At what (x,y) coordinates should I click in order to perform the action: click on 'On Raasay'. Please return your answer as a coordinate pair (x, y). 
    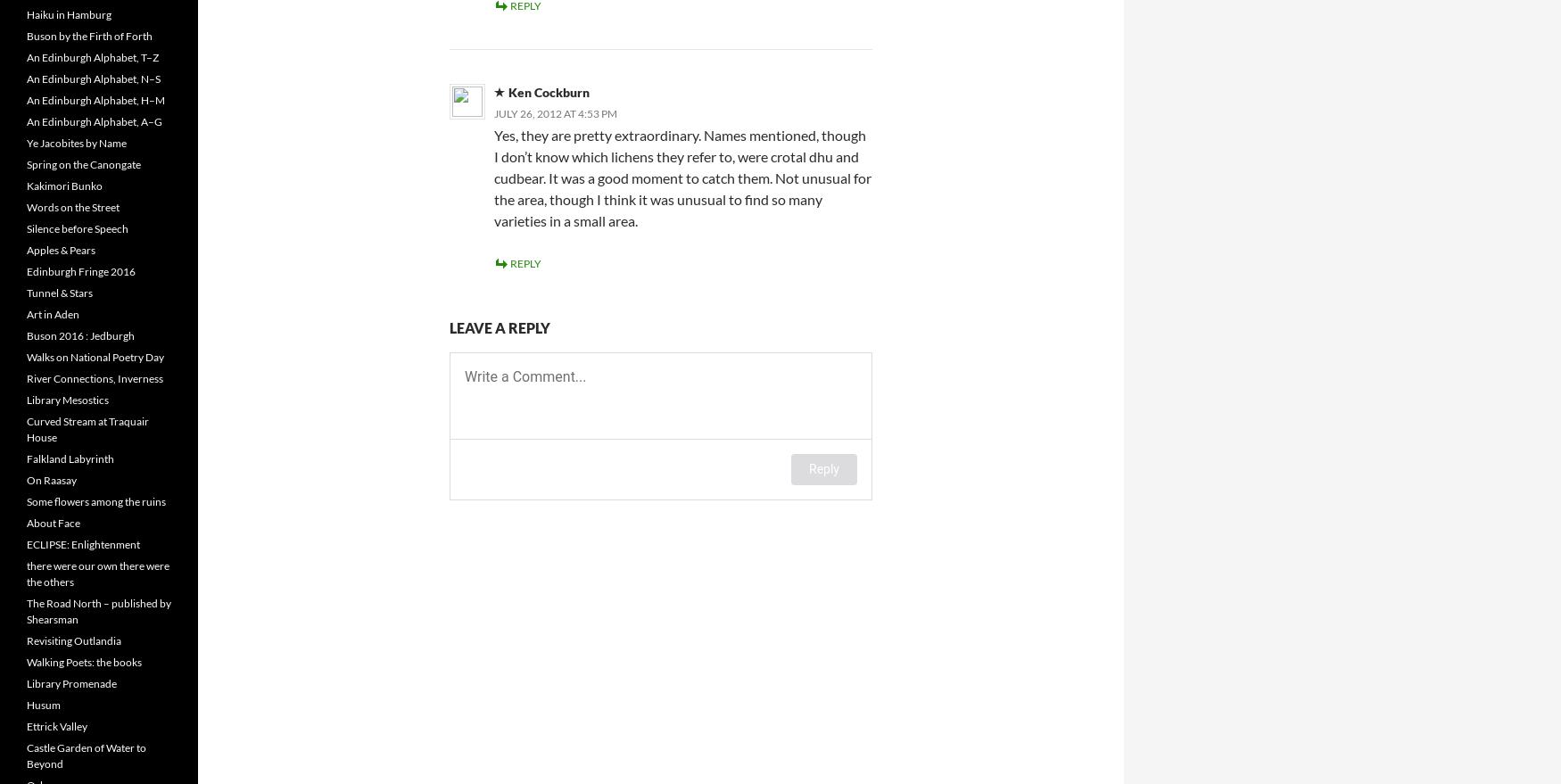
    Looking at the image, I should click on (50, 480).